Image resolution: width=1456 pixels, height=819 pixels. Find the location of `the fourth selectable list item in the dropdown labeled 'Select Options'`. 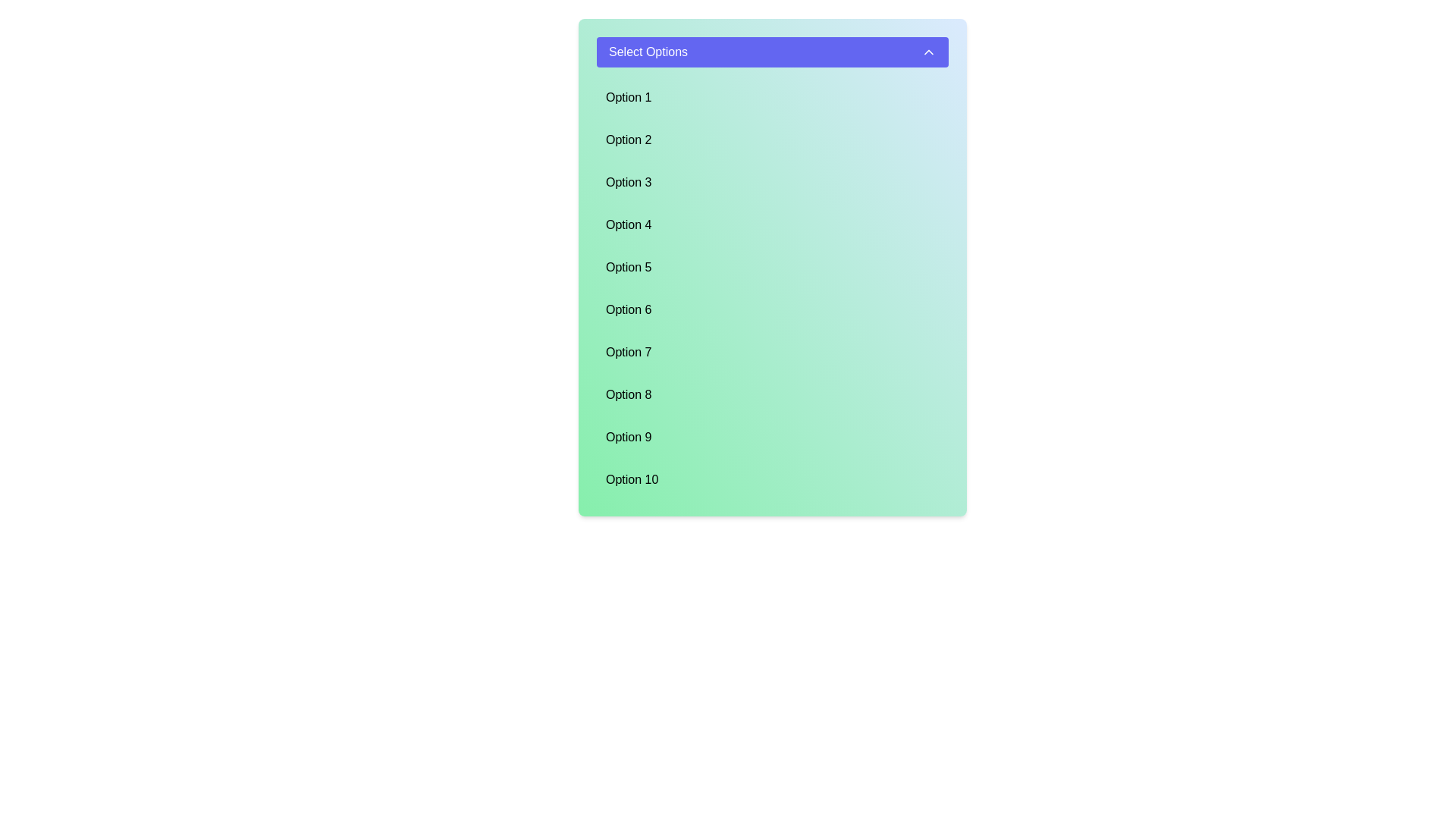

the fourth selectable list item in the dropdown labeled 'Select Options' is located at coordinates (772, 225).